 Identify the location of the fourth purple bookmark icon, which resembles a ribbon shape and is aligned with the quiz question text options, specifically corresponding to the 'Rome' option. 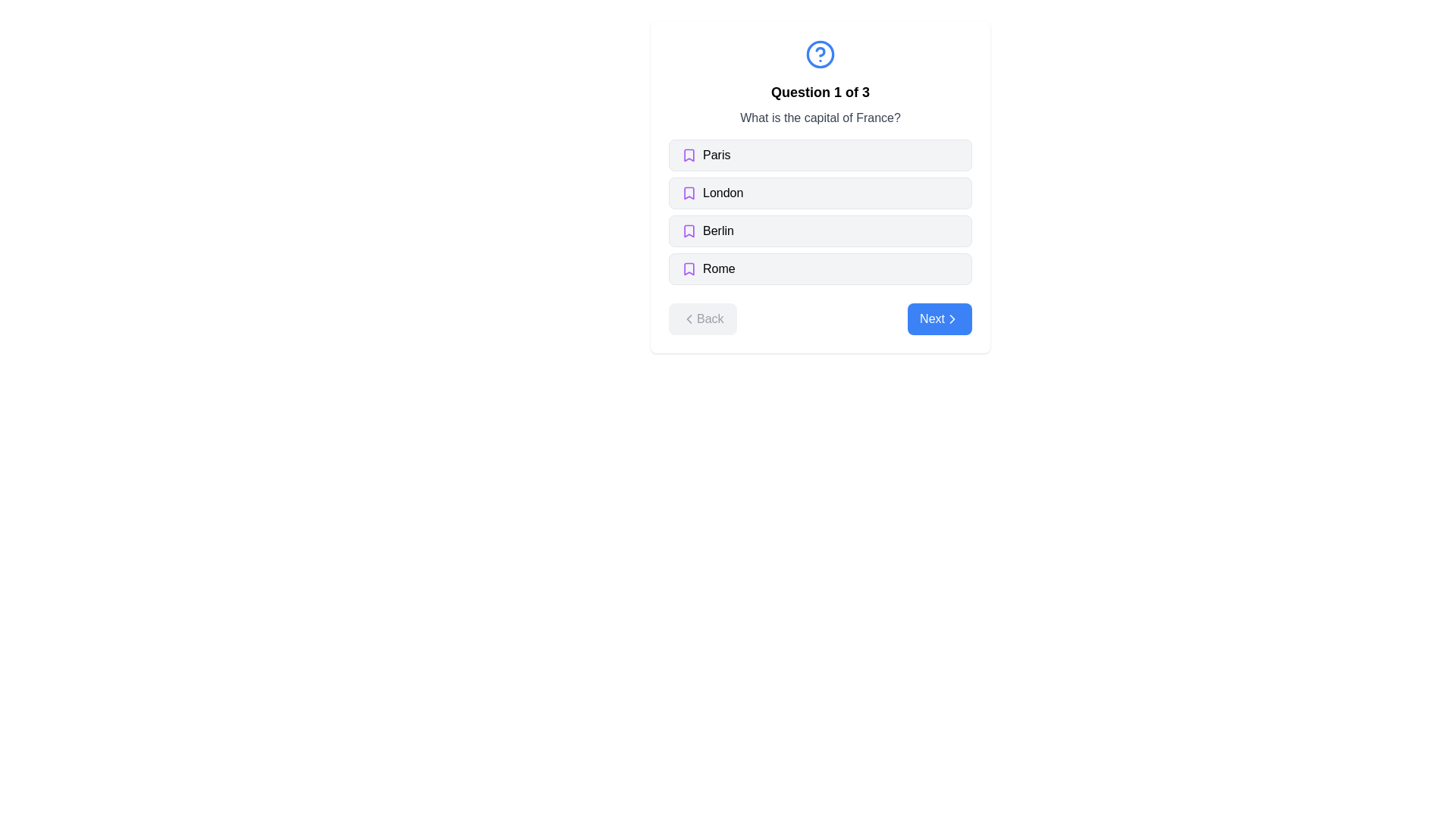
(688, 268).